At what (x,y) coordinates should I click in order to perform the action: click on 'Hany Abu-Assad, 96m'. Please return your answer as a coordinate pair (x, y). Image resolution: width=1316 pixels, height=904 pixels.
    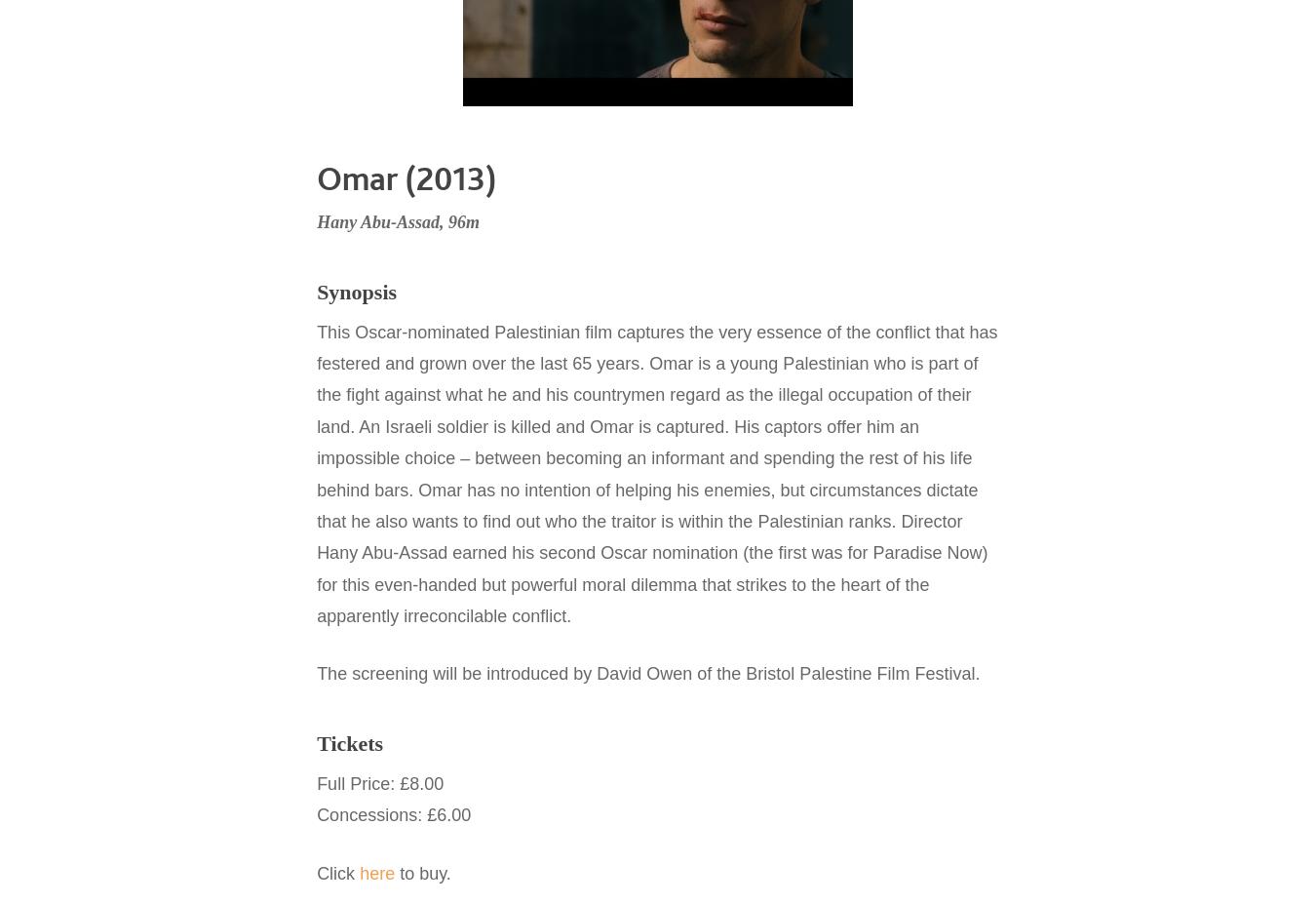
    Looking at the image, I should click on (398, 222).